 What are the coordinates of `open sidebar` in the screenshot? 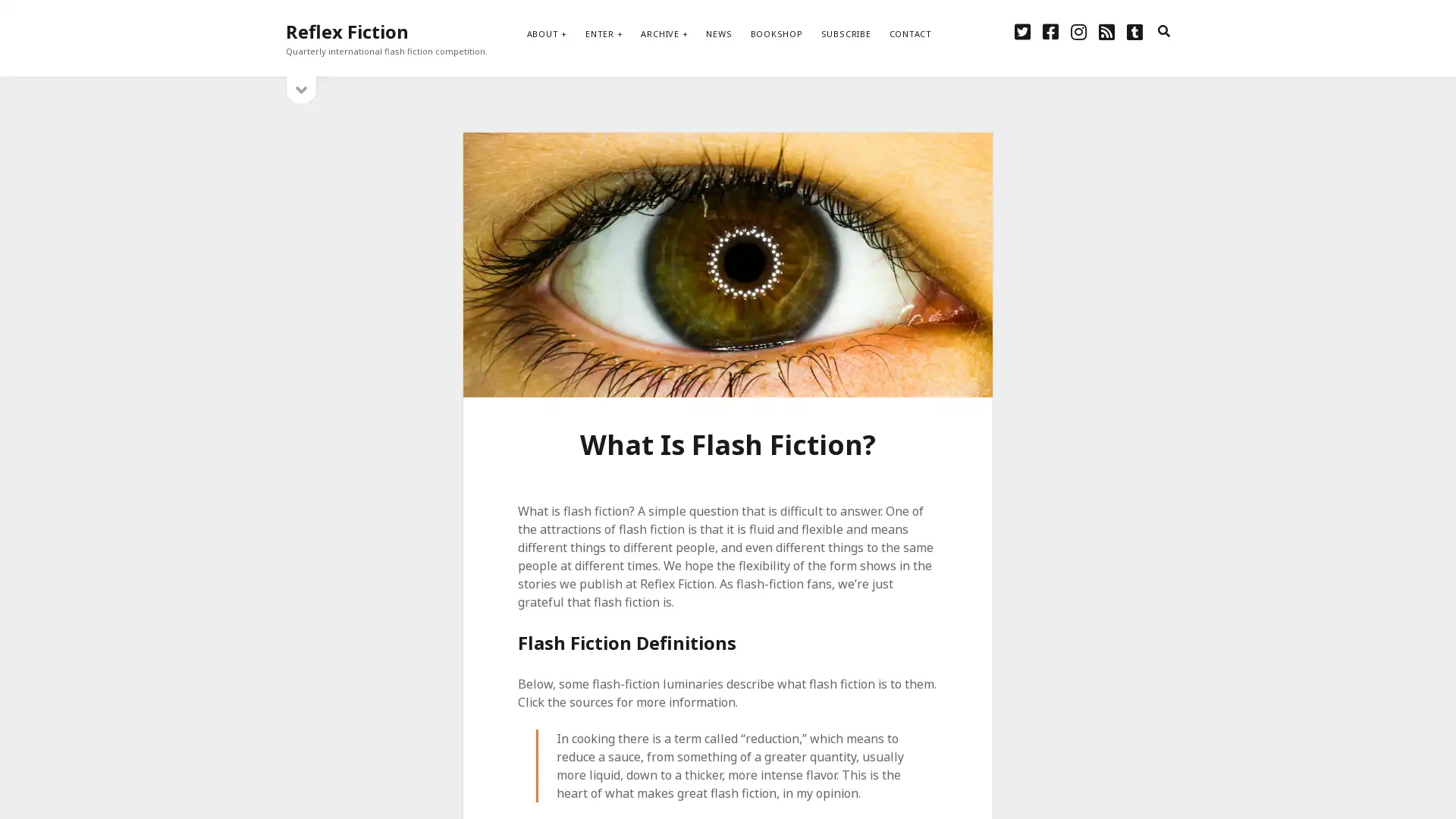 It's located at (300, 90).